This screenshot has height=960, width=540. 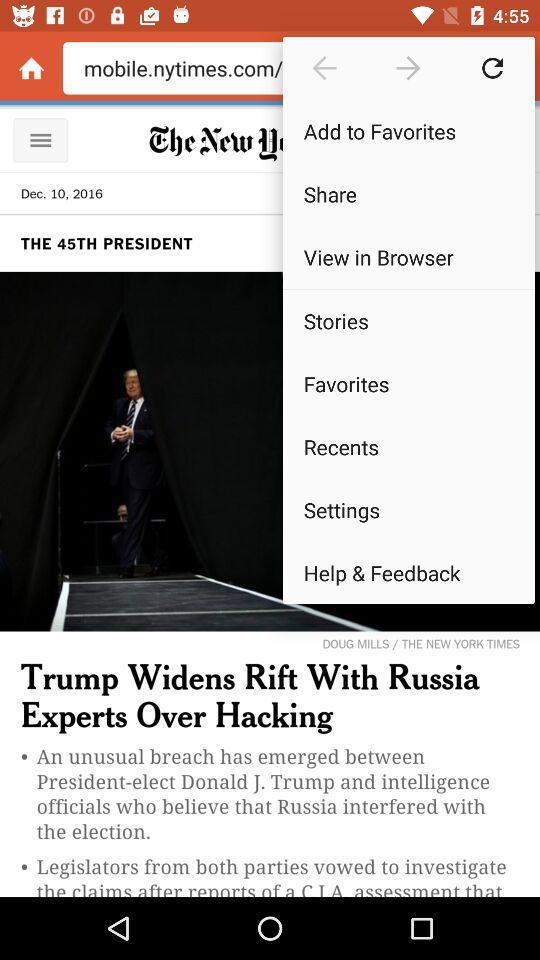 I want to click on the view in browser item, so click(x=407, y=256).